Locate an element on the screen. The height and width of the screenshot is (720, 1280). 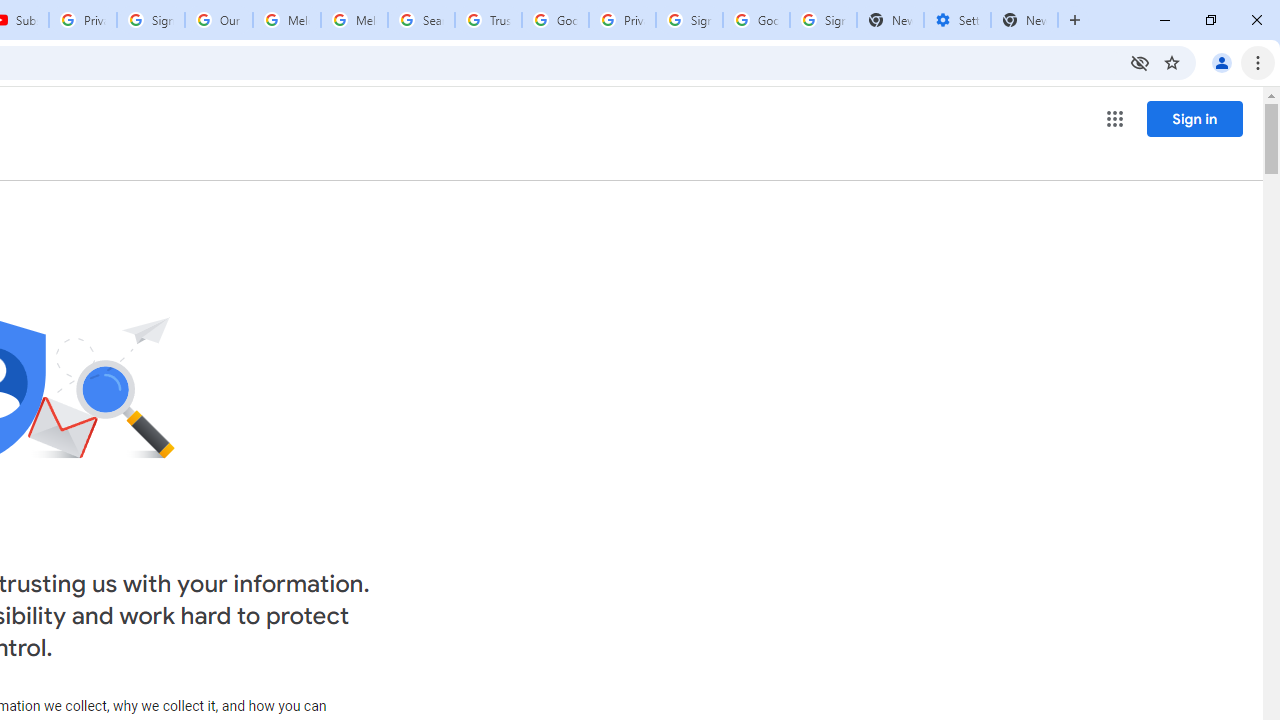
'Google Ads - Sign in' is located at coordinates (555, 20).